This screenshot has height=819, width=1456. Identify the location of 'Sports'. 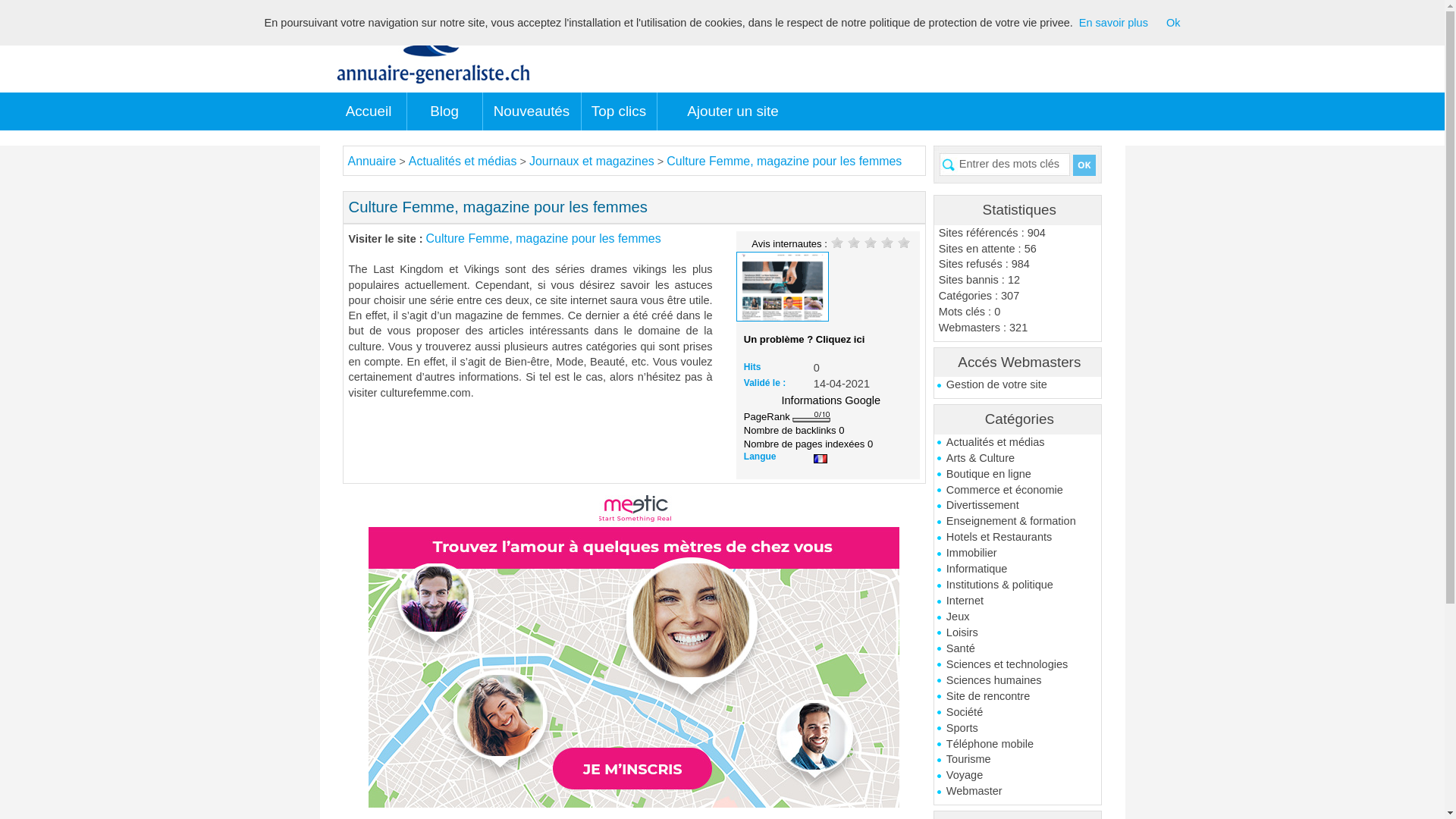
(1018, 727).